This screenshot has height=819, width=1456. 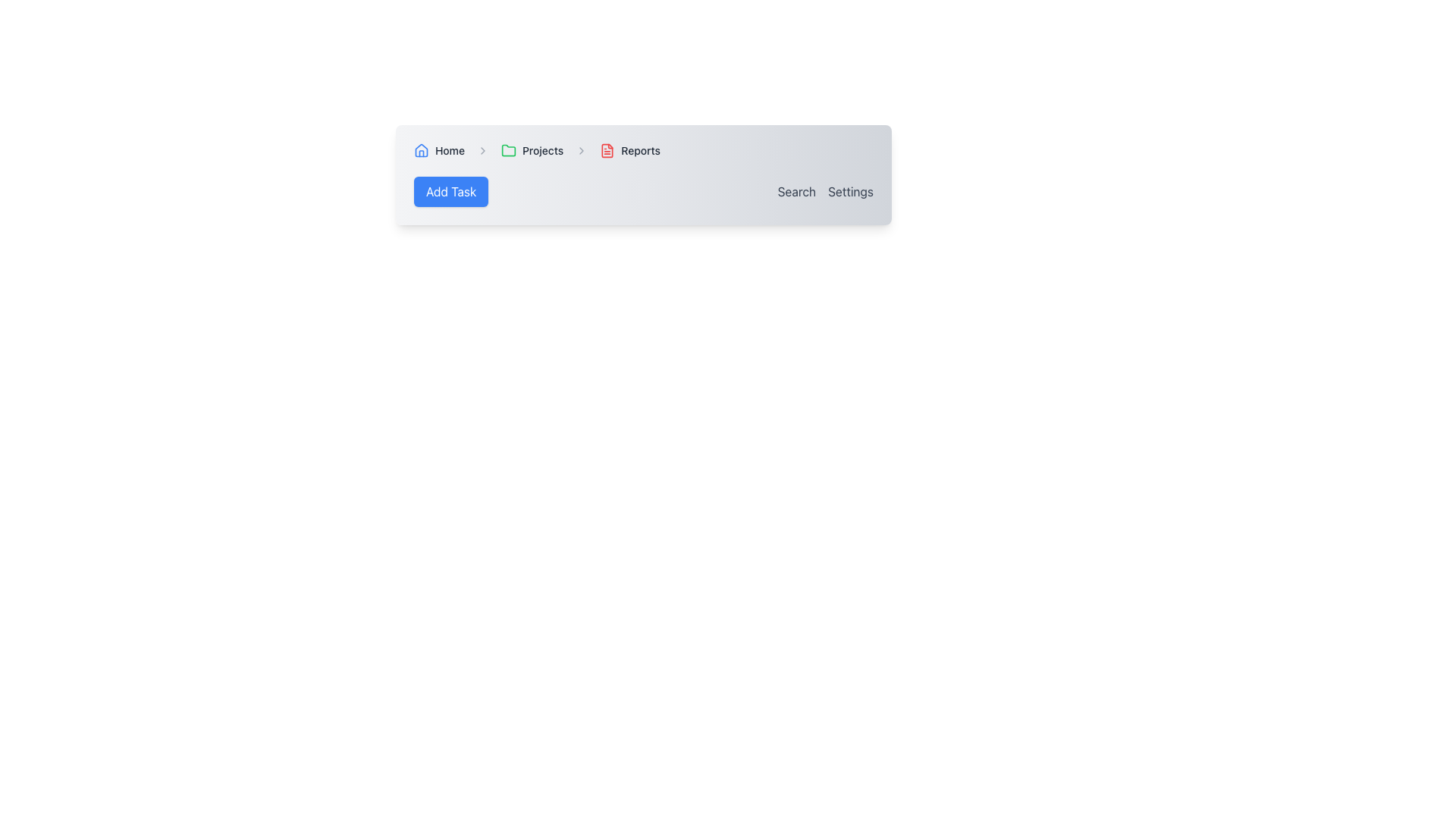 What do you see at coordinates (630, 151) in the screenshot?
I see `the third item in the breadcrumb navigation bar, which indicates the 'Reports' section` at bounding box center [630, 151].